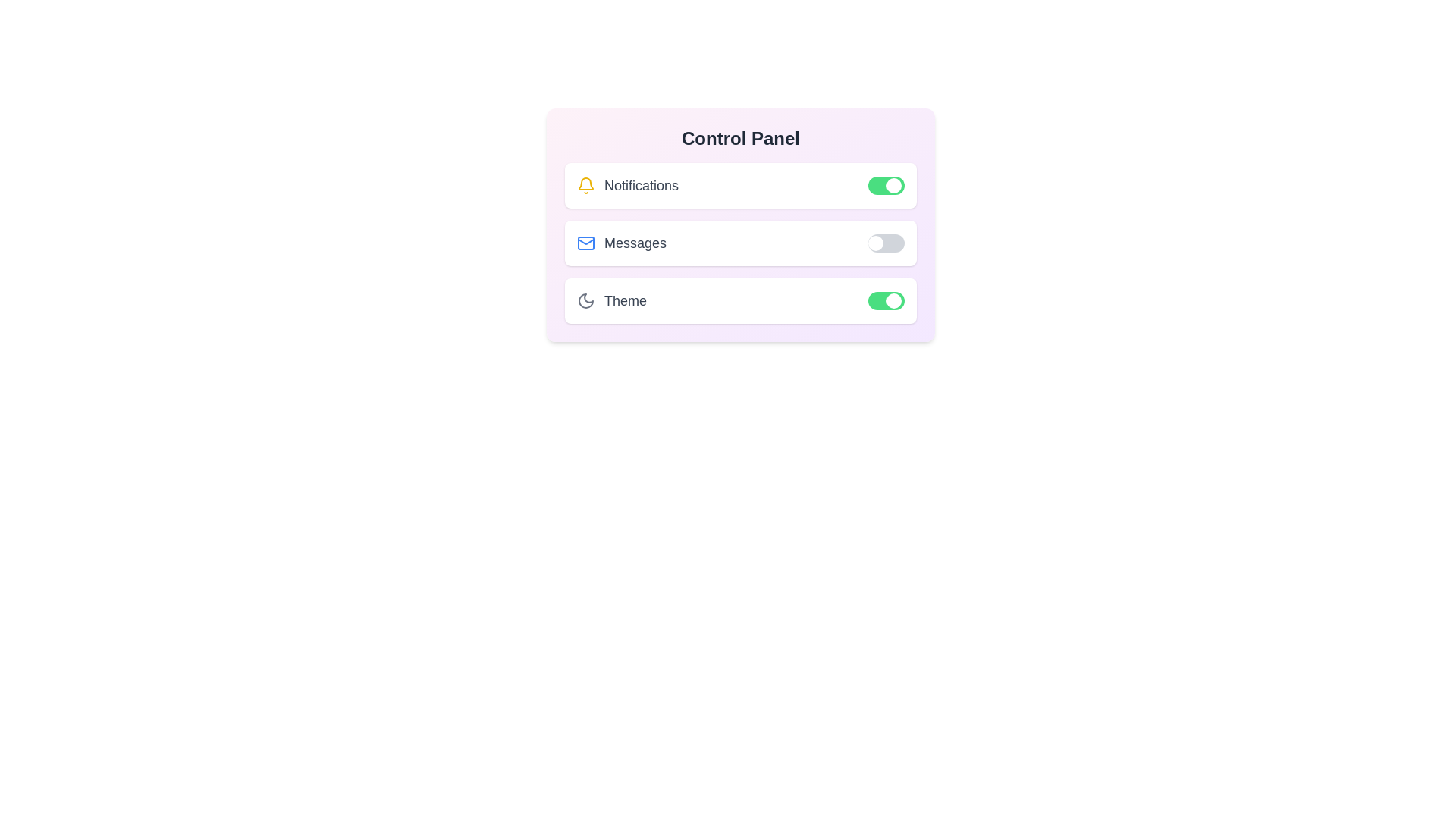  I want to click on the toggle switch thumb, so click(894, 185).